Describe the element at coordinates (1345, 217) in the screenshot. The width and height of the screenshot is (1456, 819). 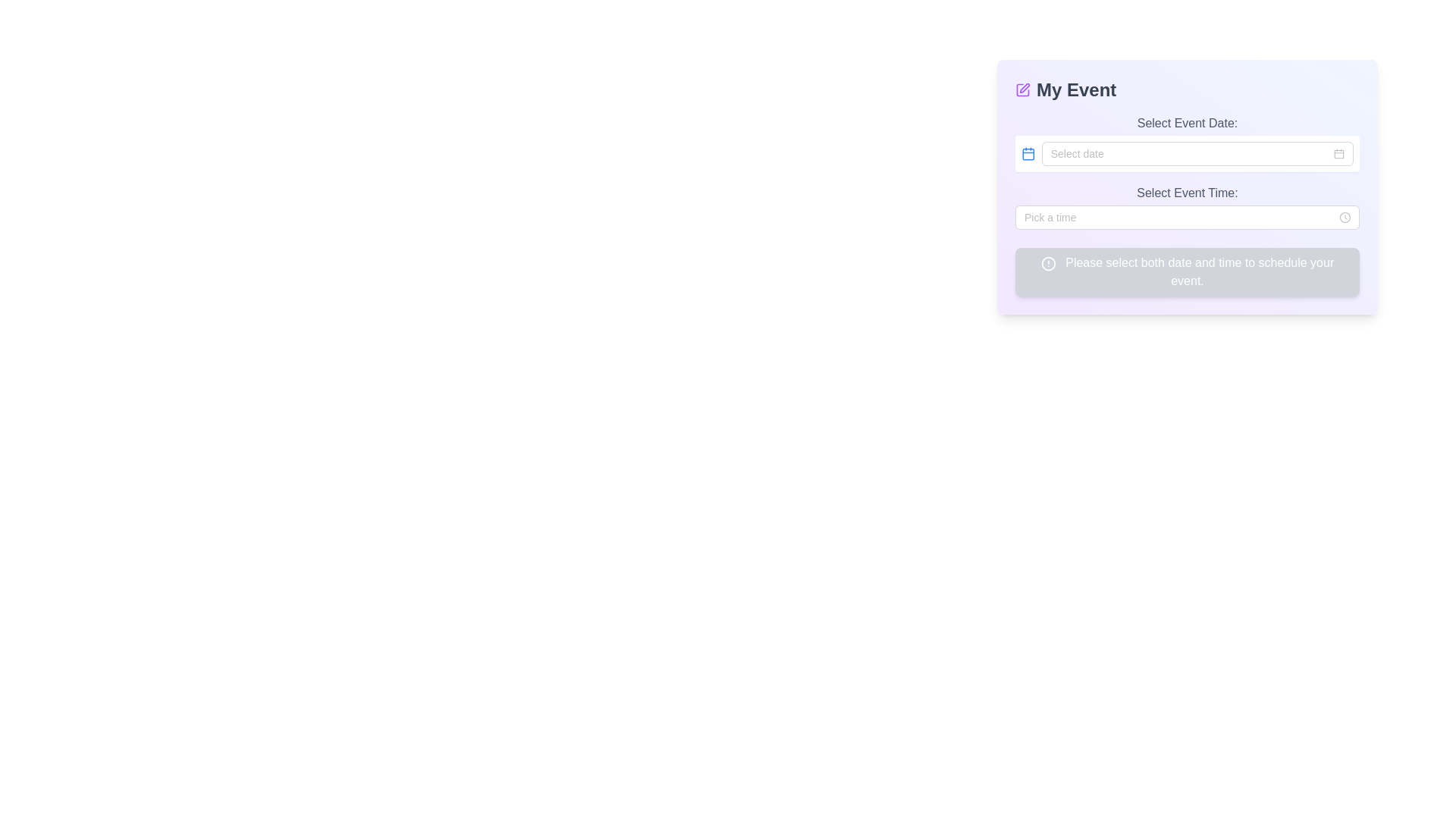
I see `the circular clock icon located at the right edge of the 'Select Event Time' input field` at that location.